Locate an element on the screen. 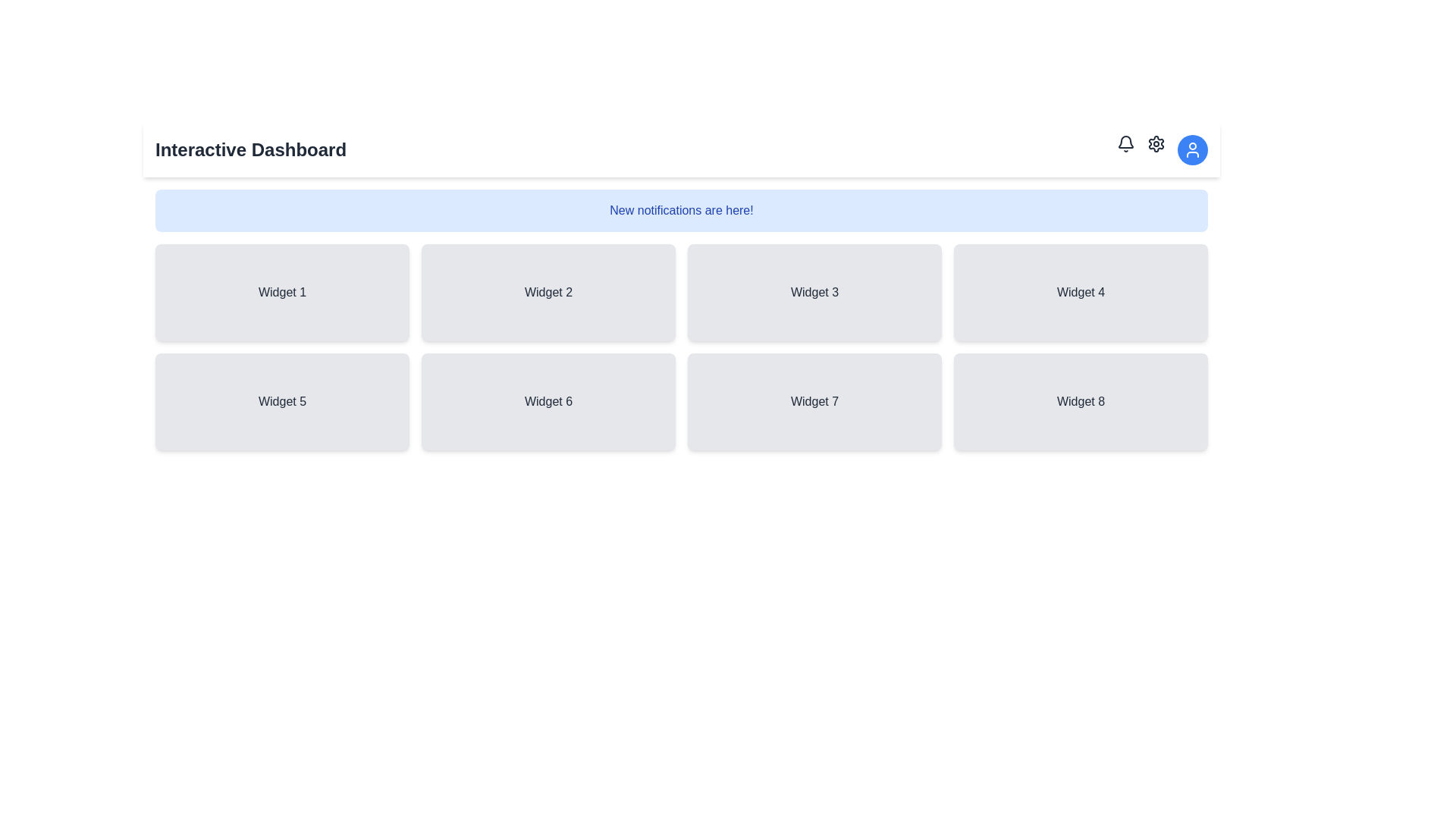 The width and height of the screenshot is (1456, 819). the Static widget element labeled 'Widget 7', which has a light gray background and is positioned in the second row and third column of the grid is located at coordinates (814, 400).